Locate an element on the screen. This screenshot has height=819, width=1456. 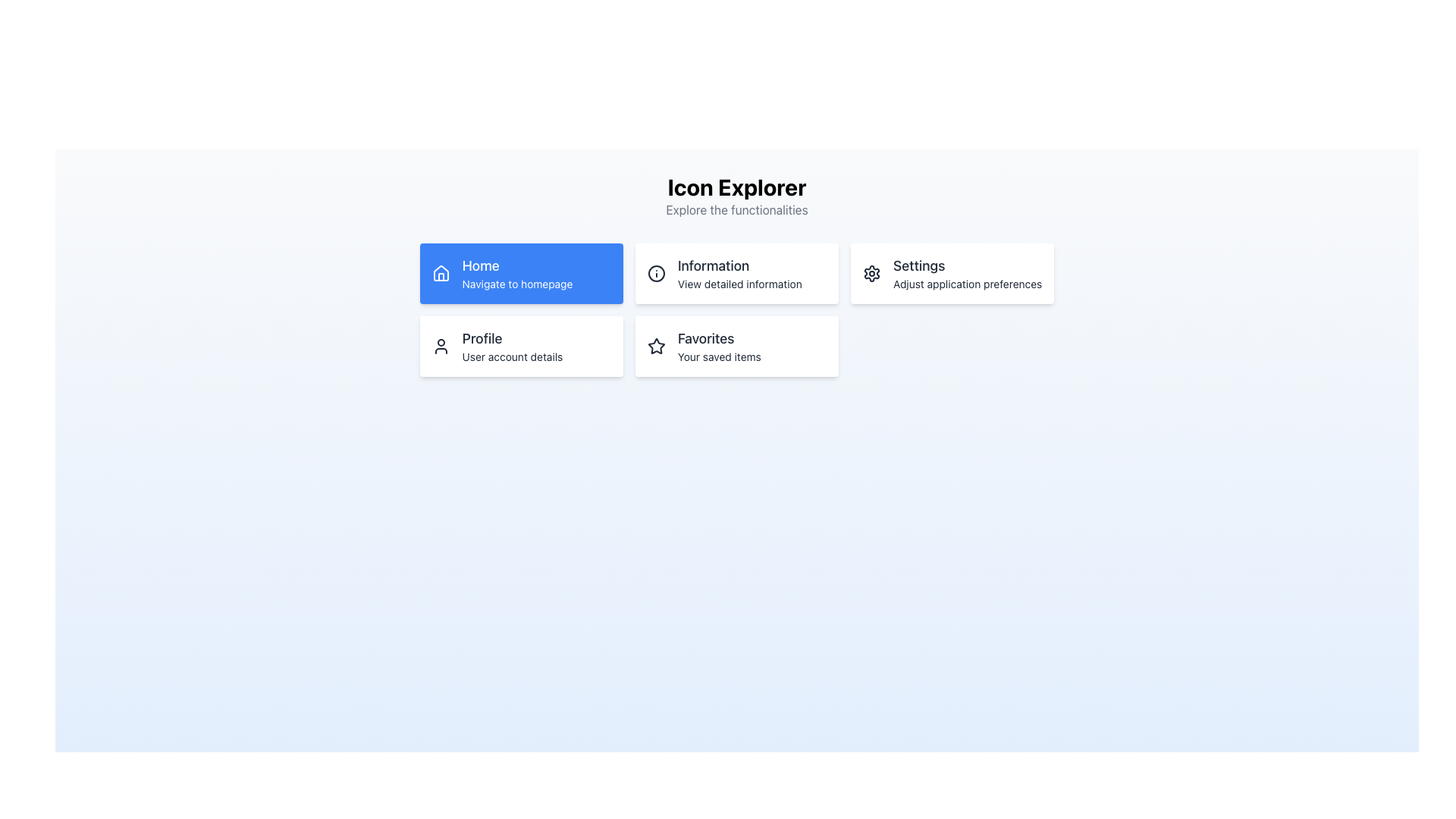
the home icon located to the left of the text 'Home' in the top-left blue button labeled 'Home Navigate to homepage' is located at coordinates (440, 274).